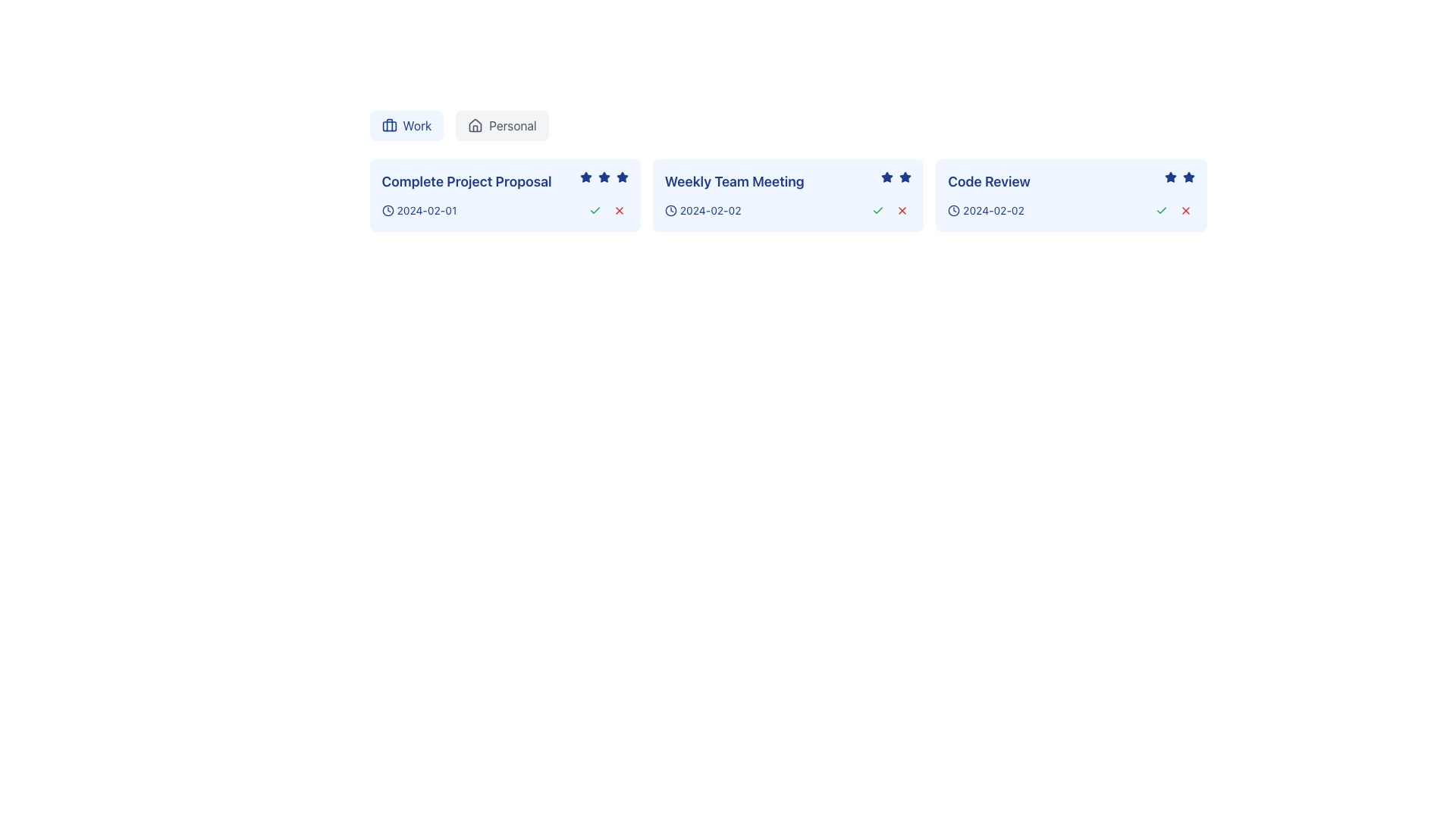 Image resolution: width=1456 pixels, height=819 pixels. Describe the element at coordinates (1169, 175) in the screenshot. I see `the dark blue star-shaped icon button located in the top-right corner of the rightmost card, next to the title 'Code Review', to mark the item as favorite` at that location.